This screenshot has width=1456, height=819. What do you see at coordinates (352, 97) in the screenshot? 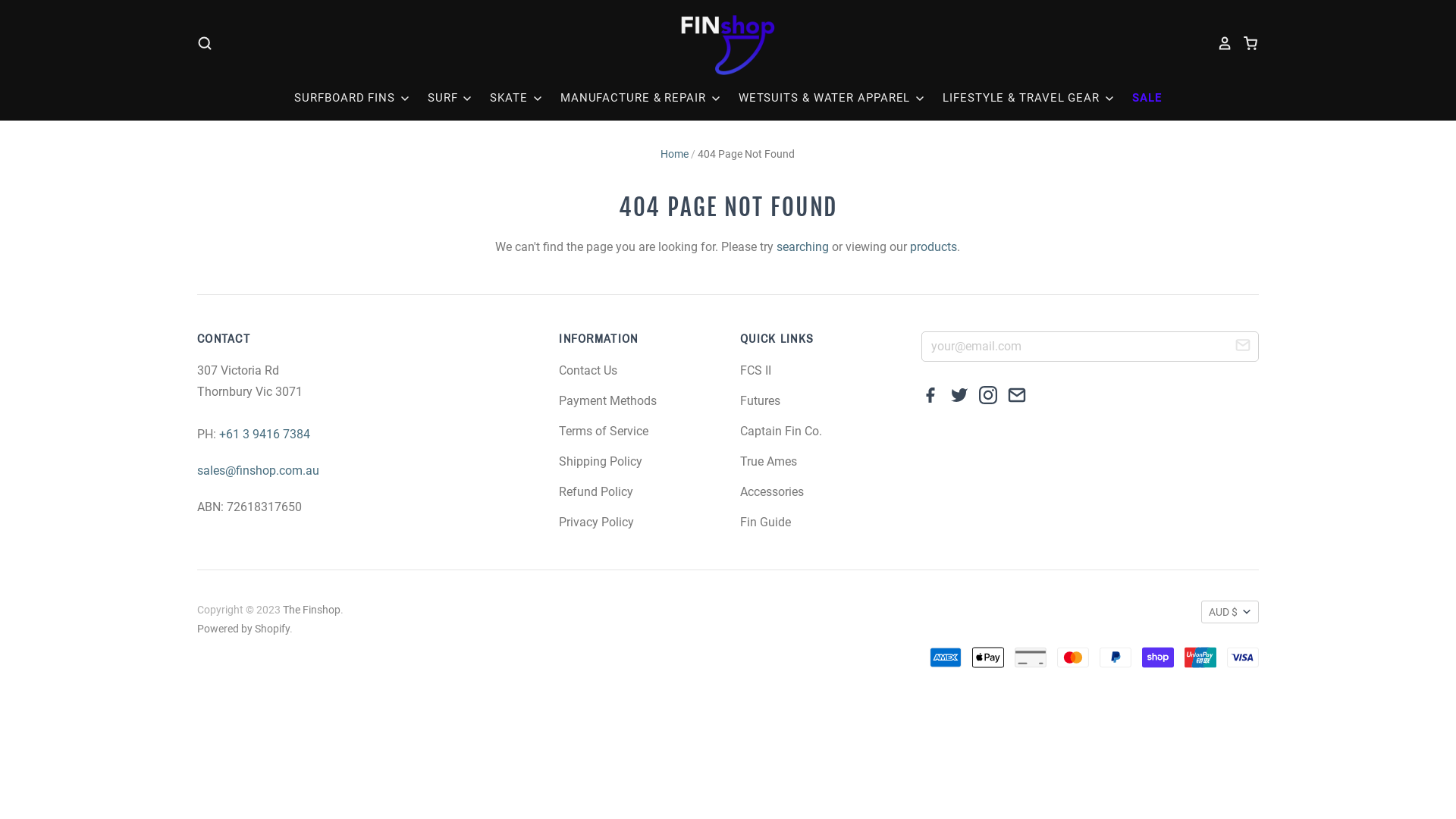
I see `'SURFBOARD FINS'` at bounding box center [352, 97].